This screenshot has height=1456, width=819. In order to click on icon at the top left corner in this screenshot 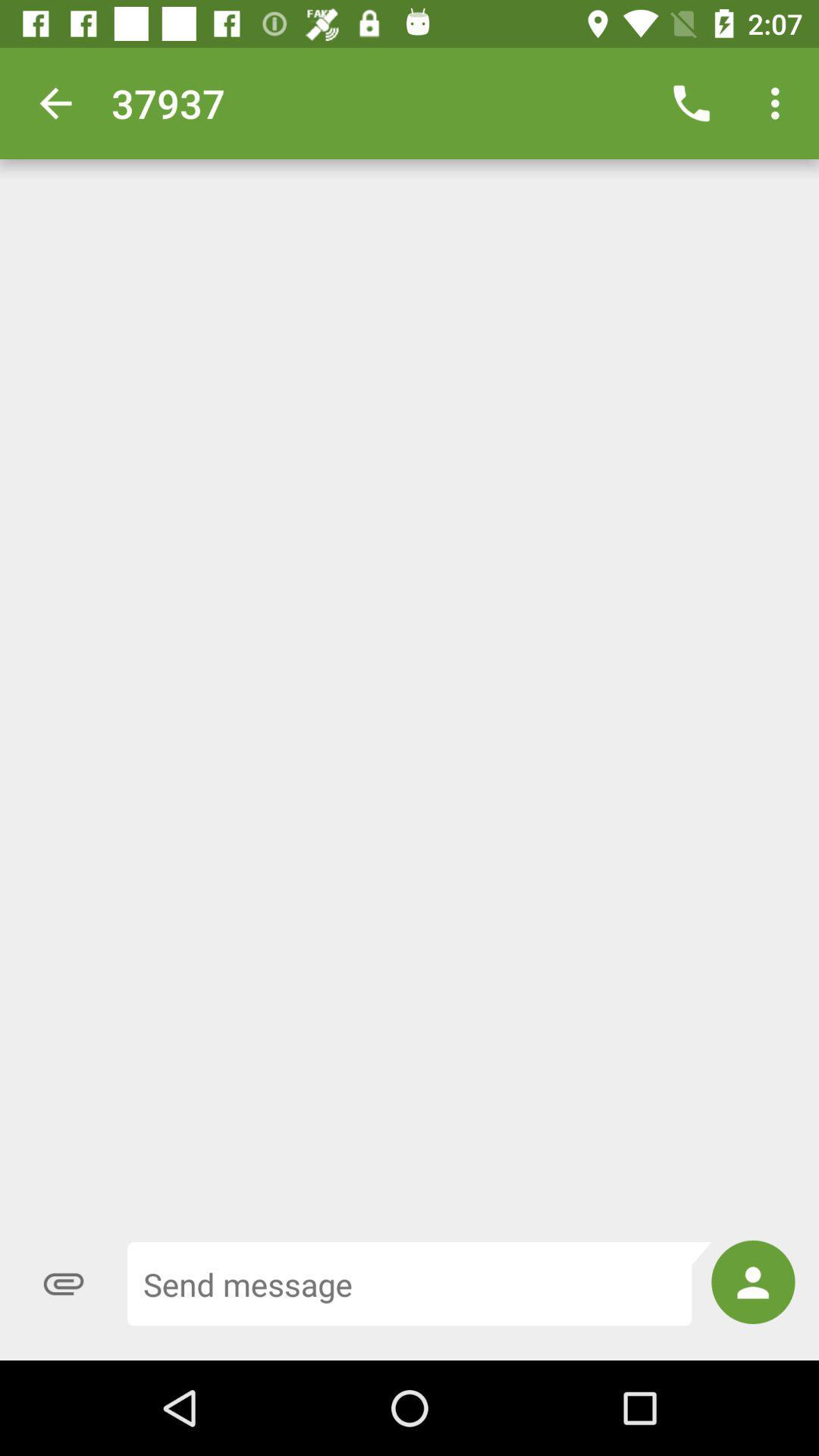, I will do `click(55, 102)`.